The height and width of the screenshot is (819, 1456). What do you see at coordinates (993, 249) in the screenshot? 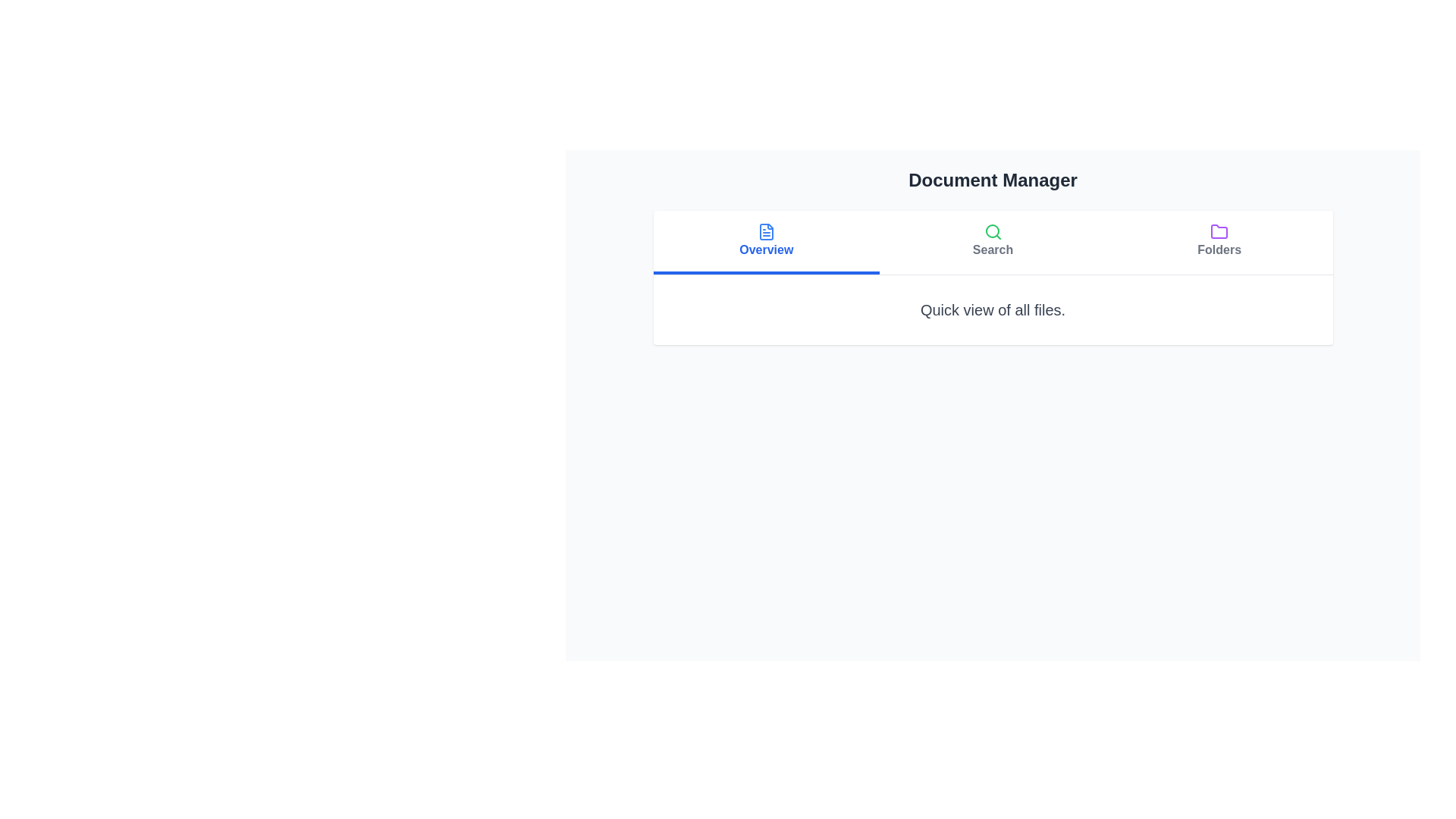
I see `the label that clarifies the purpose of the associated search icon, positioned beneath the green search icon and between 'Overview' and 'Folders' options in the document manager interface` at bounding box center [993, 249].